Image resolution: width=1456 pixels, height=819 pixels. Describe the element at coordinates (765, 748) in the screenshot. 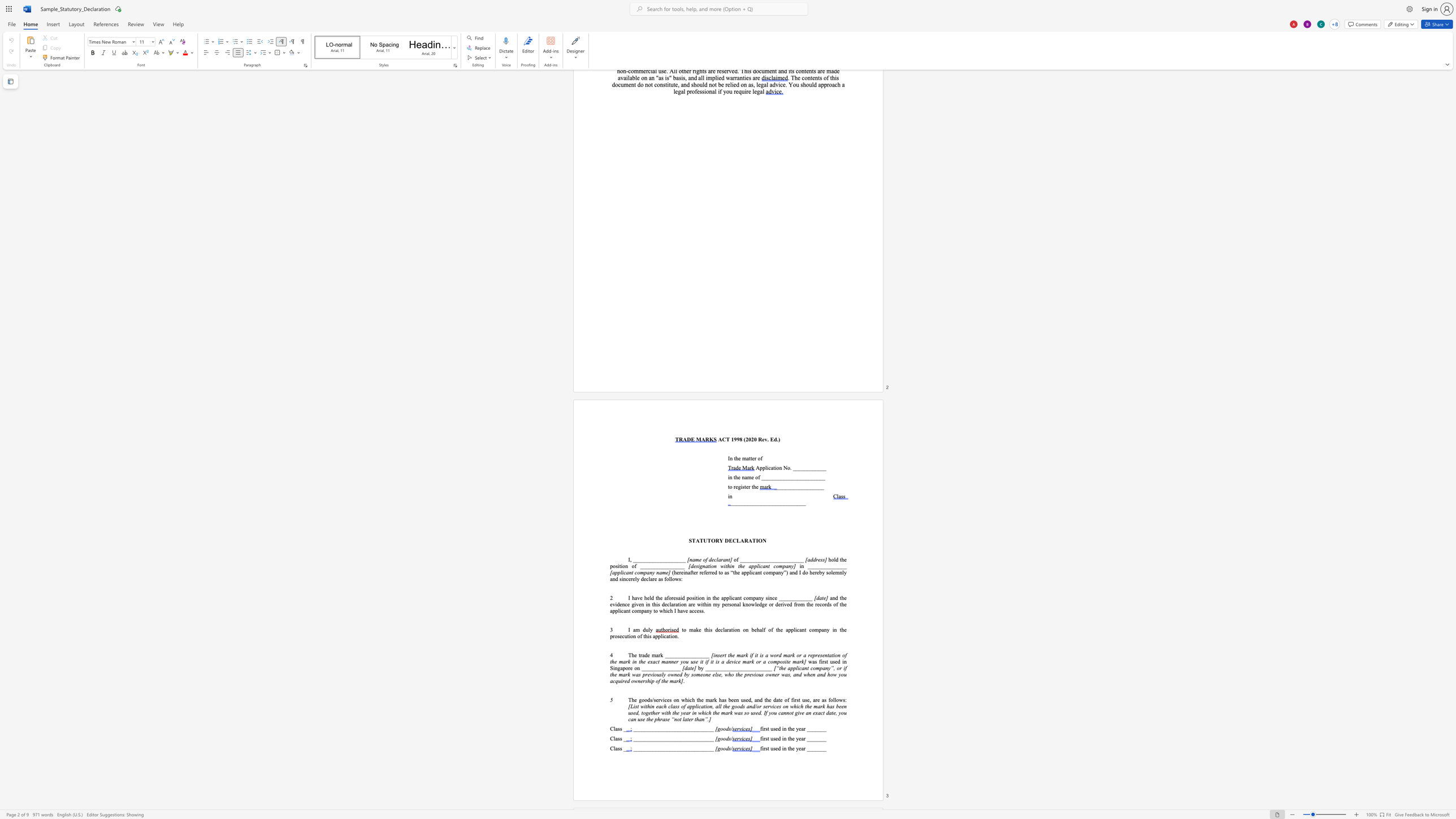

I see `the space between the continuous character "r" and "s" in the text` at that location.